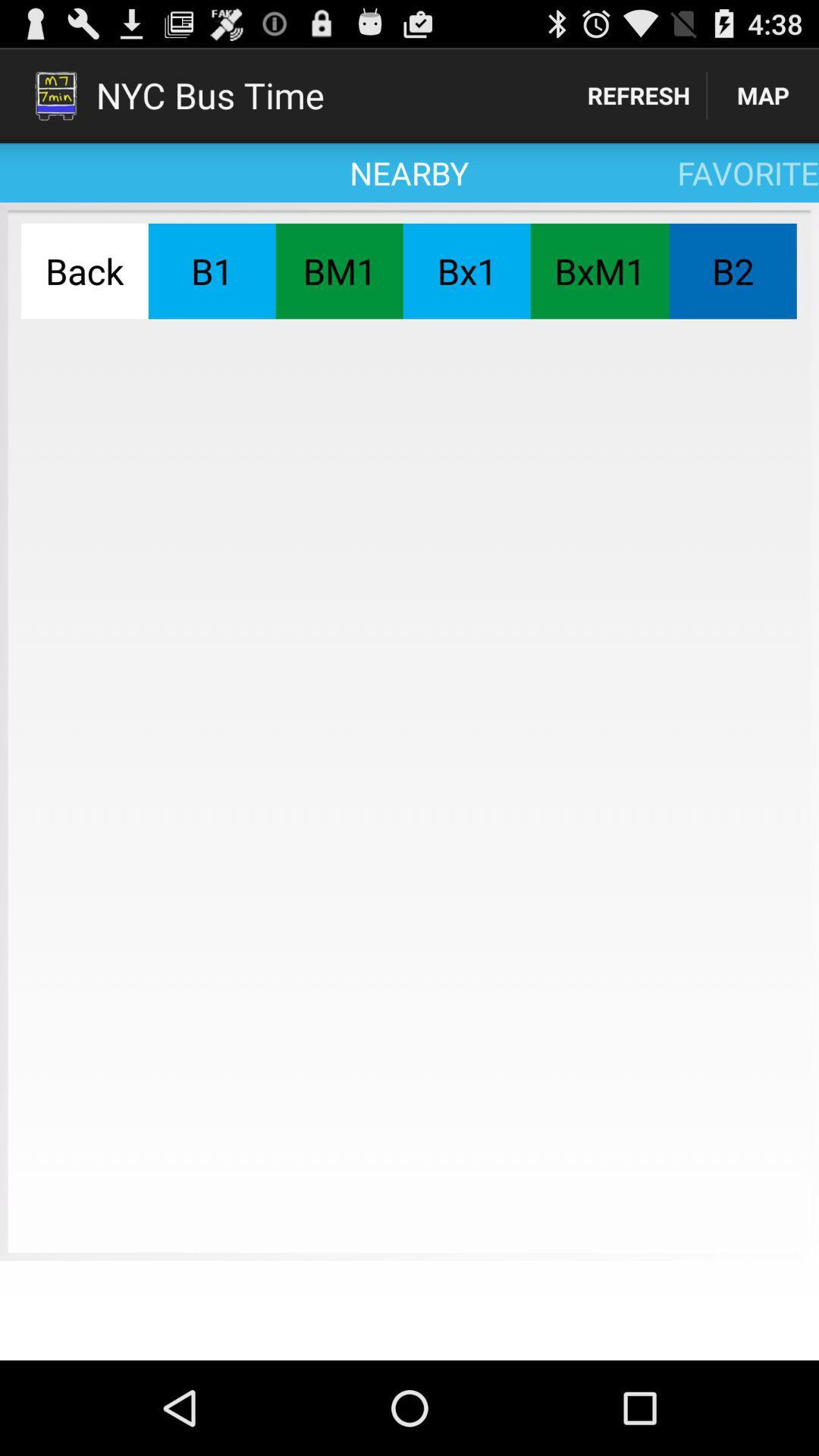  I want to click on the button next to the bm1 button, so click(212, 271).